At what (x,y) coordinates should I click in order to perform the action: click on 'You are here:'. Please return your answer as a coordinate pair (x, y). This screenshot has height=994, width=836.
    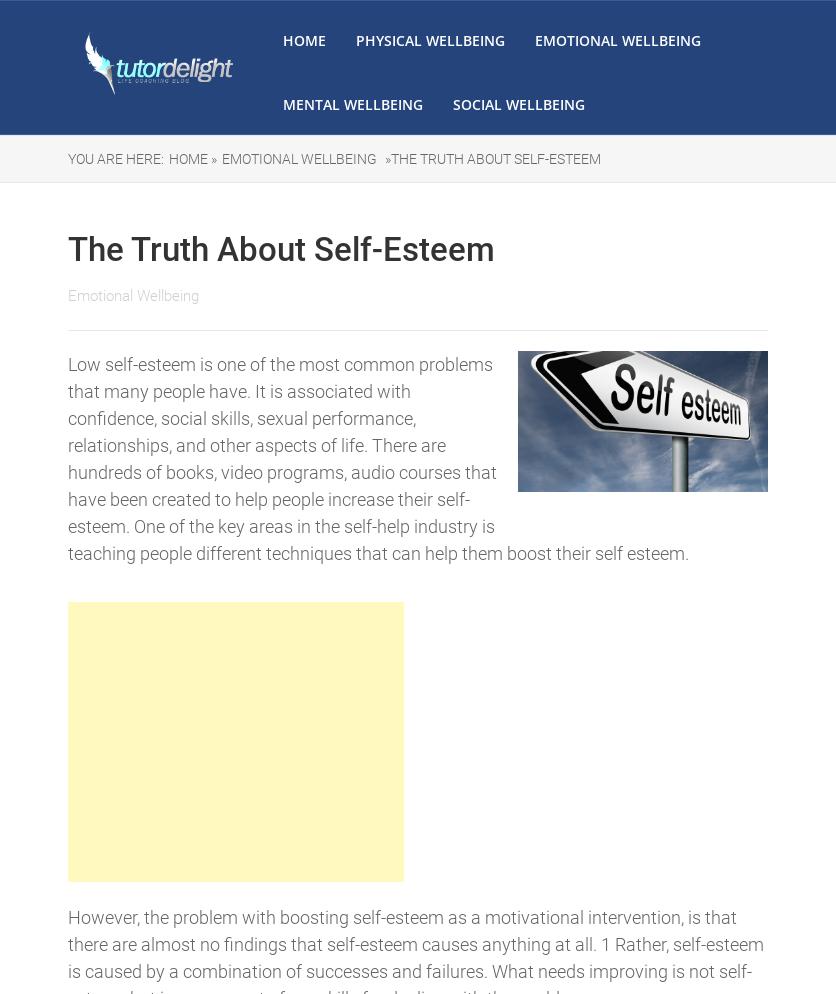
    Looking at the image, I should click on (115, 159).